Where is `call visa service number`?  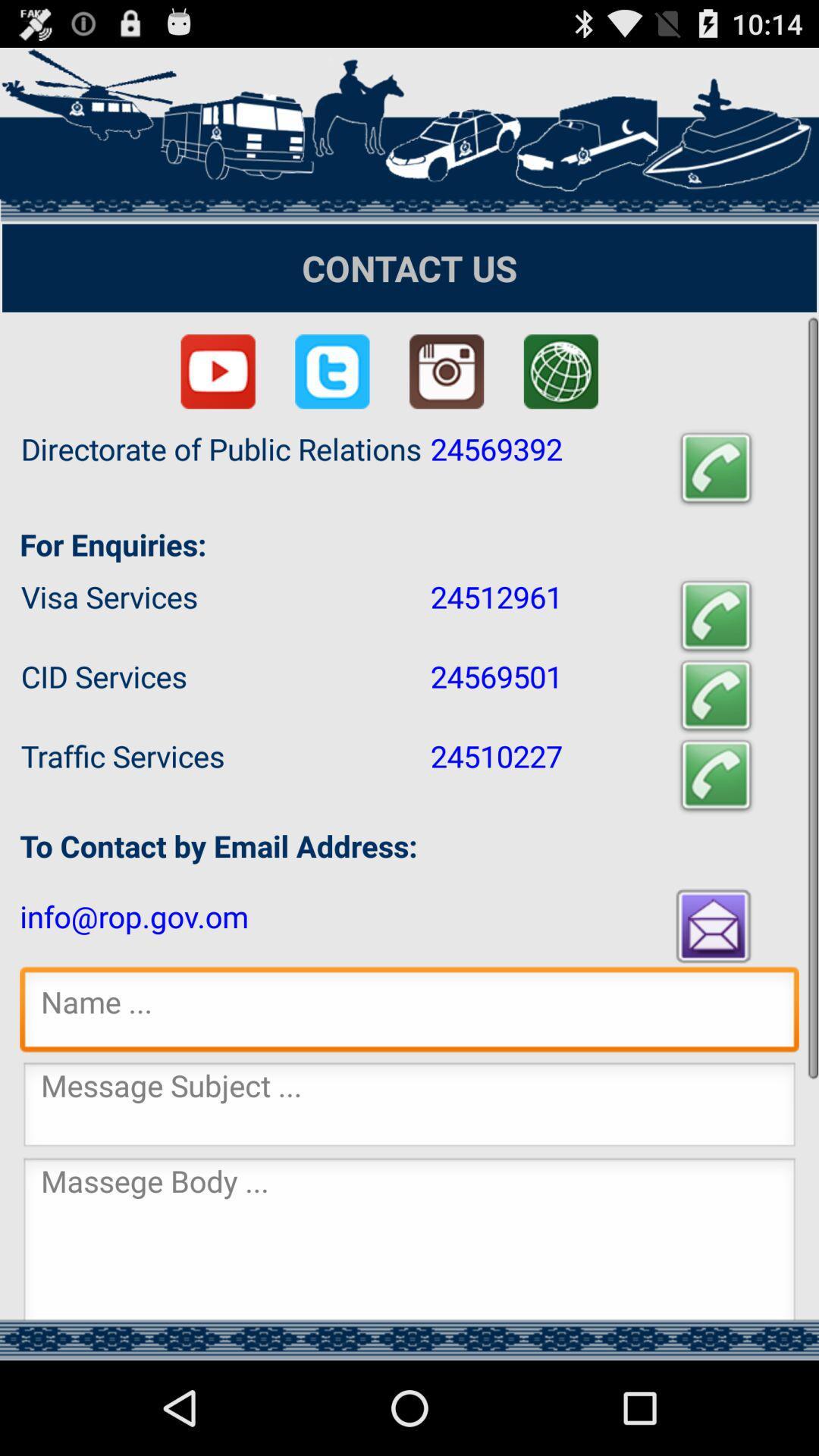
call visa service number is located at coordinates (716, 616).